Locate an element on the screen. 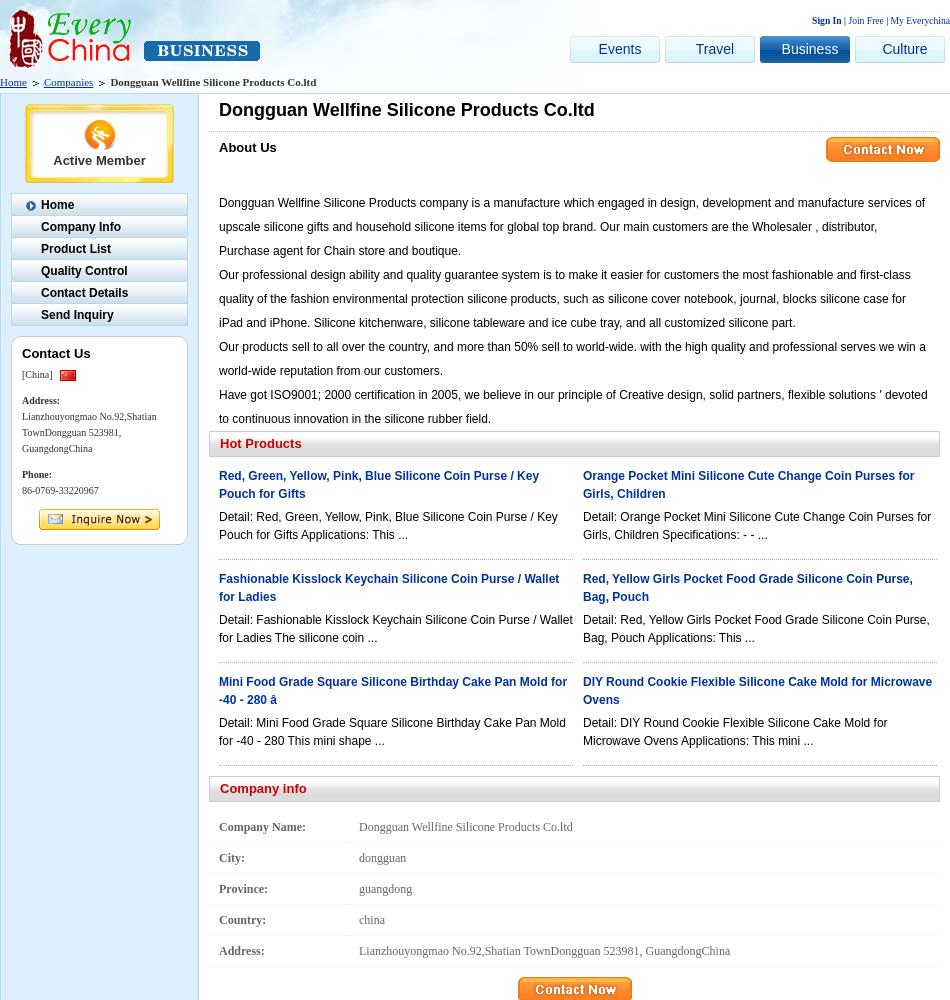 This screenshot has height=1000, width=950. 'dongguan' is located at coordinates (381, 857).